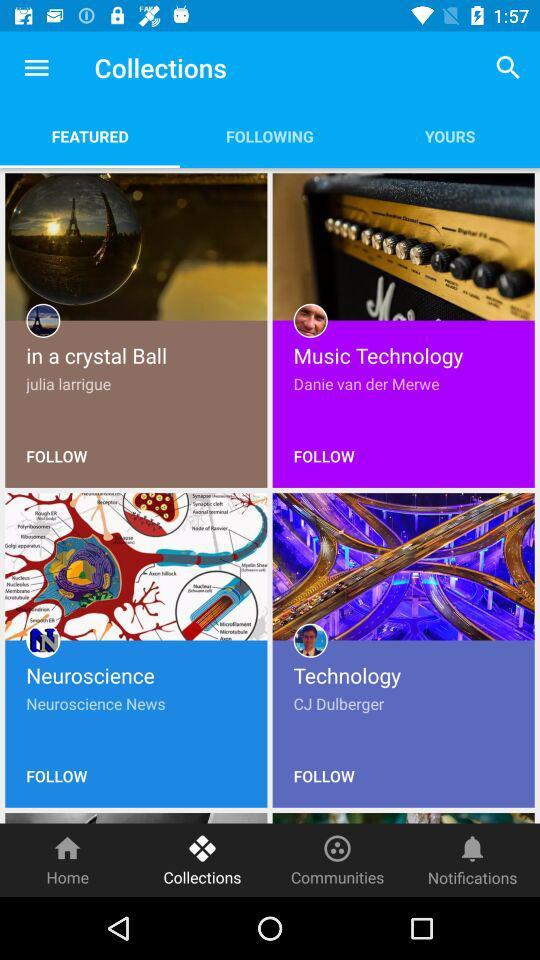  I want to click on icon above the featured item, so click(36, 68).